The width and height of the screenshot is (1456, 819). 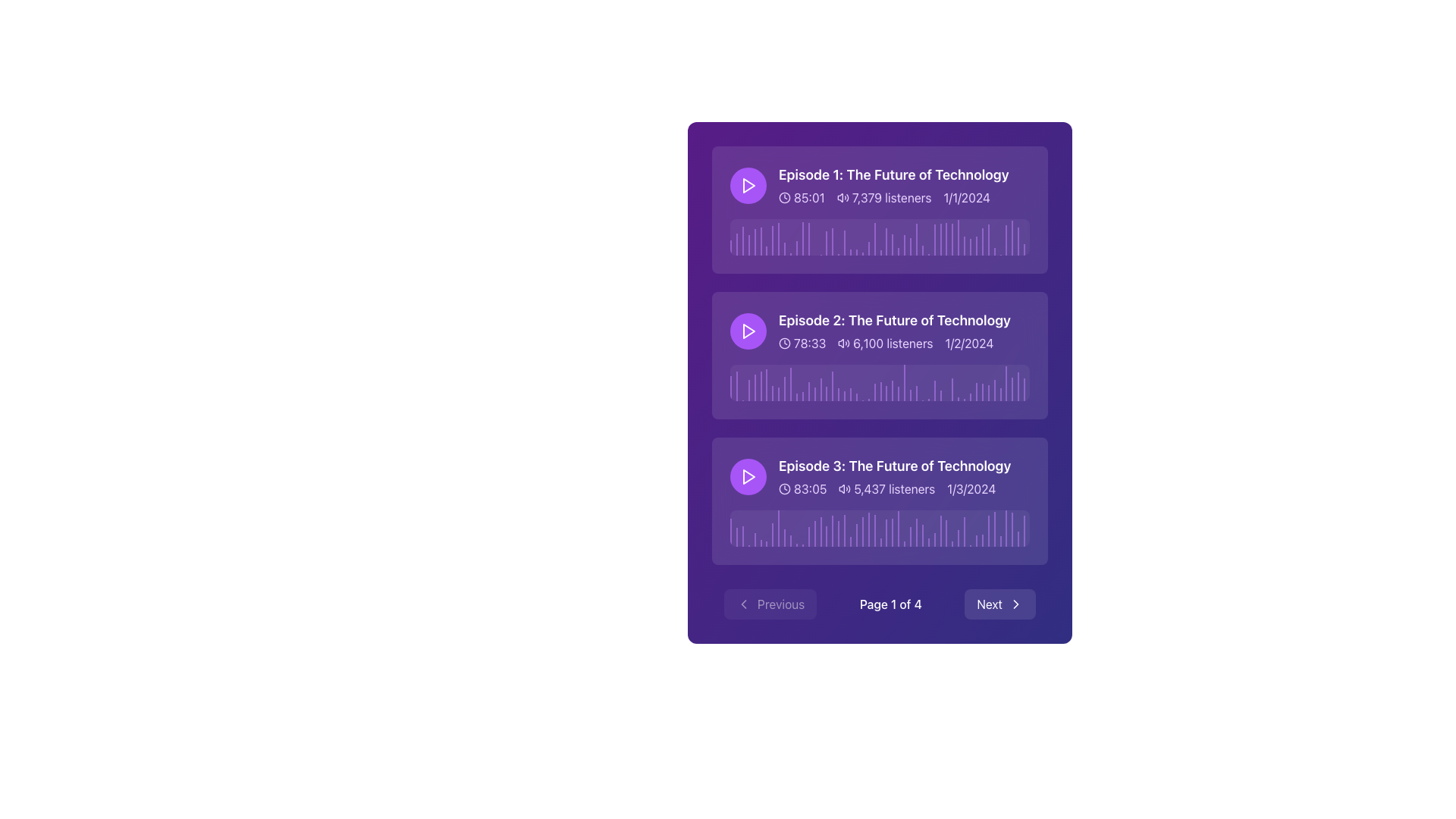 I want to click on the text display element that conveys information about a specific podcast episode, positioned below 'Episode 1: The Future of Technology' and above 'Episode 3: The Future of Technology', so click(x=895, y=330).